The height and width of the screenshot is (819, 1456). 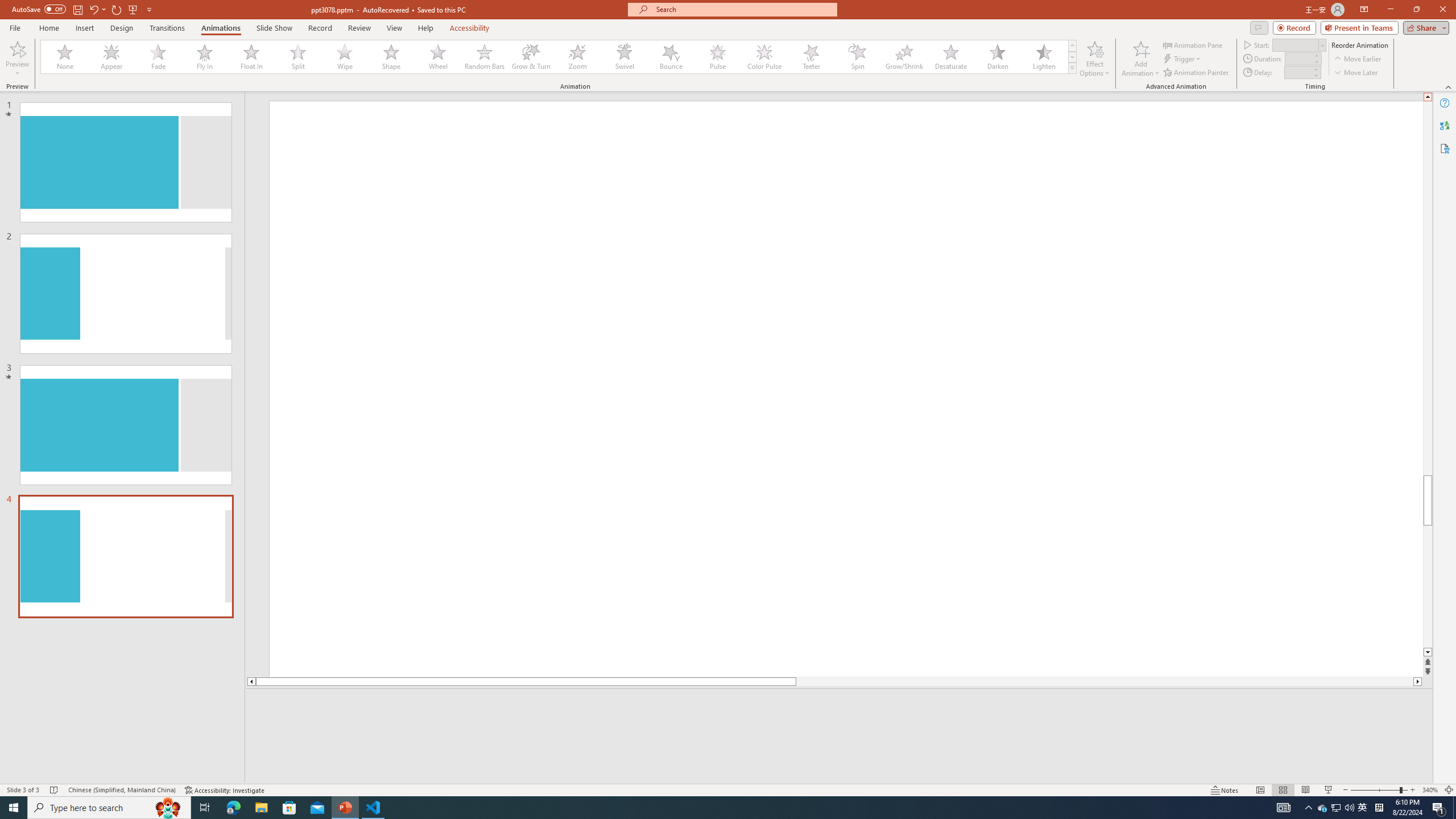 I want to click on 'Grow/Shrink', so click(x=904, y=56).